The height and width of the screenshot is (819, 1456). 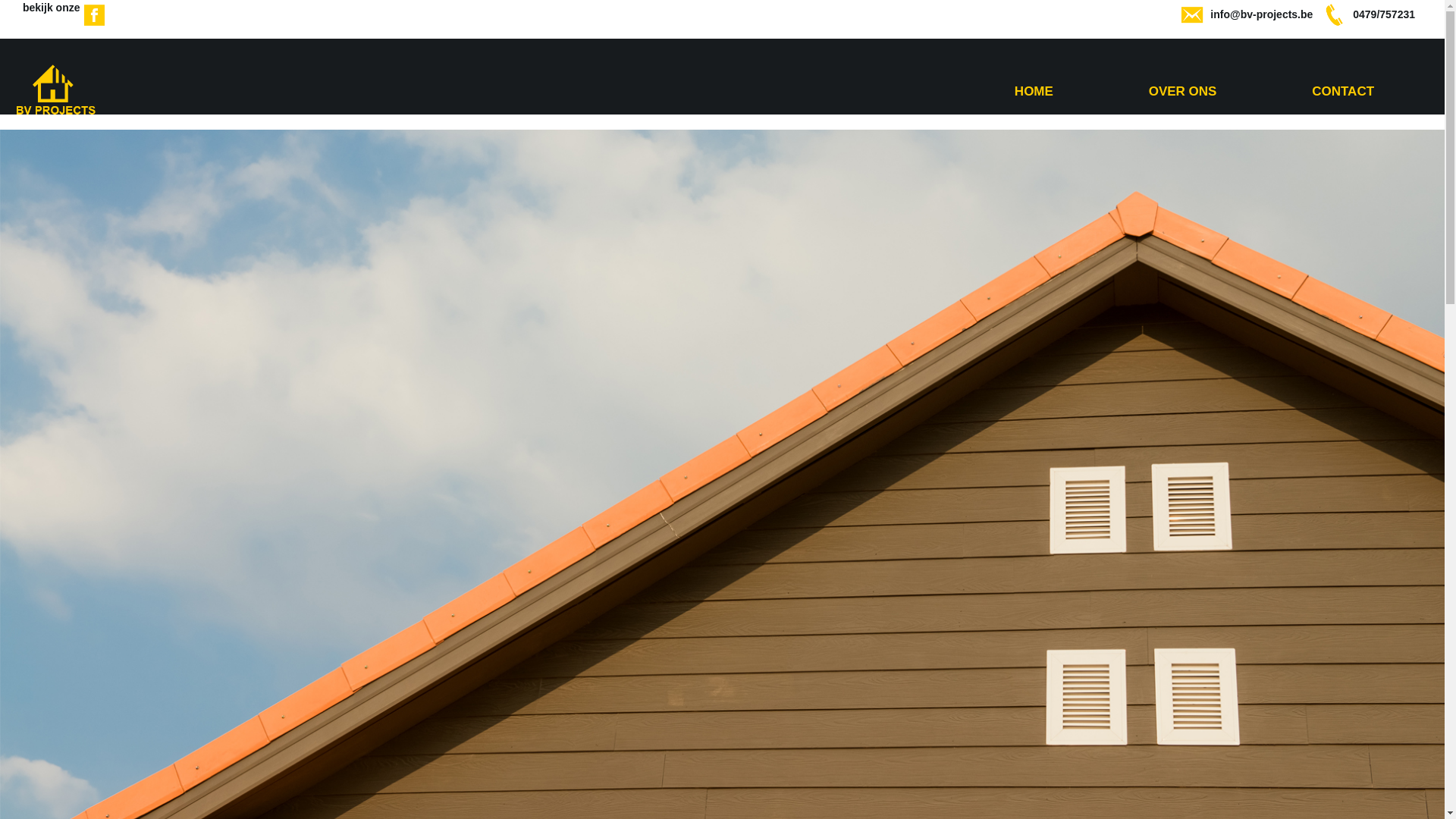 I want to click on 'CONTACT', so click(x=1343, y=91).